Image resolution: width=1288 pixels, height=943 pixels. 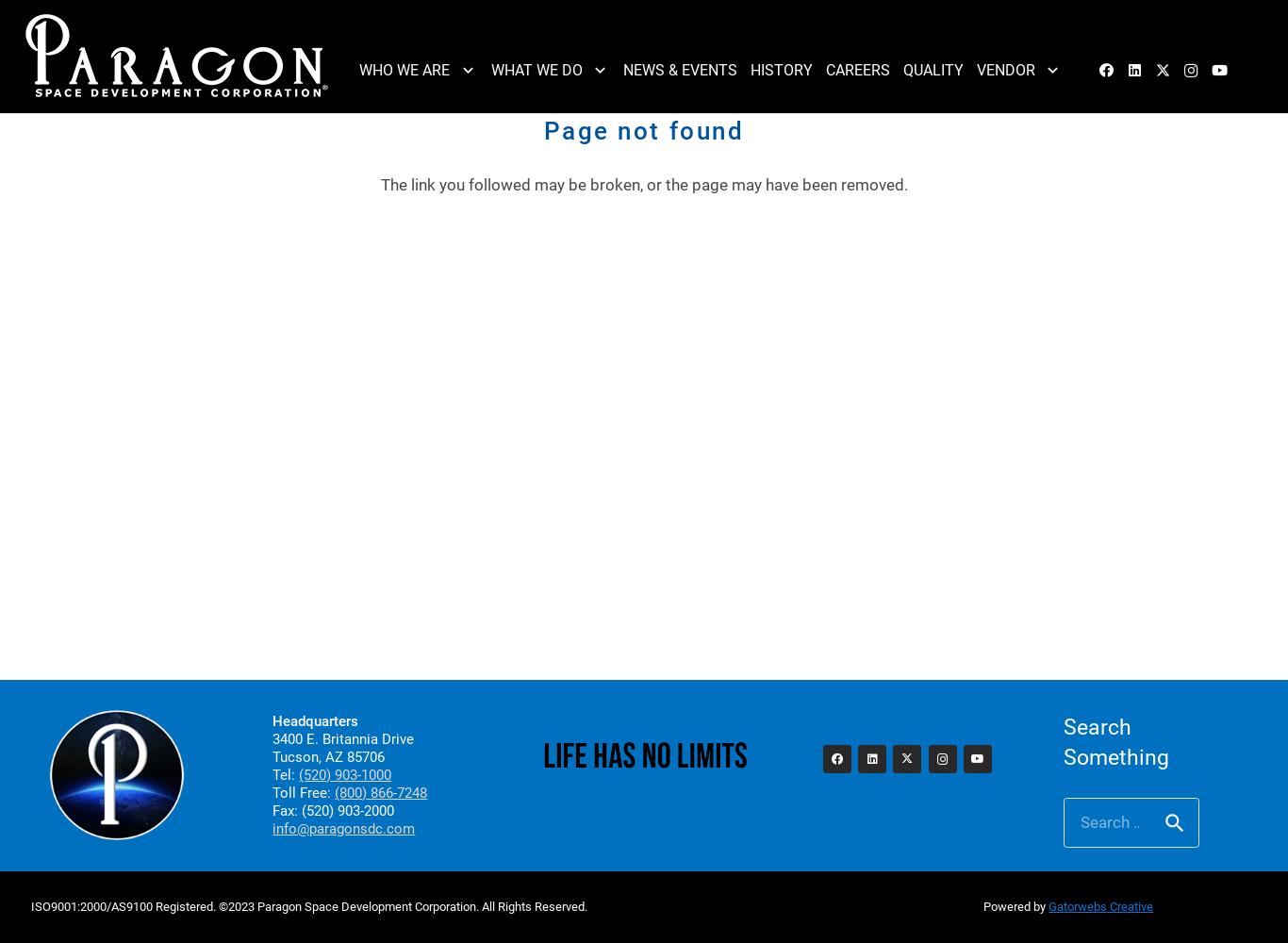 What do you see at coordinates (1115, 742) in the screenshot?
I see `'Search Something'` at bounding box center [1115, 742].